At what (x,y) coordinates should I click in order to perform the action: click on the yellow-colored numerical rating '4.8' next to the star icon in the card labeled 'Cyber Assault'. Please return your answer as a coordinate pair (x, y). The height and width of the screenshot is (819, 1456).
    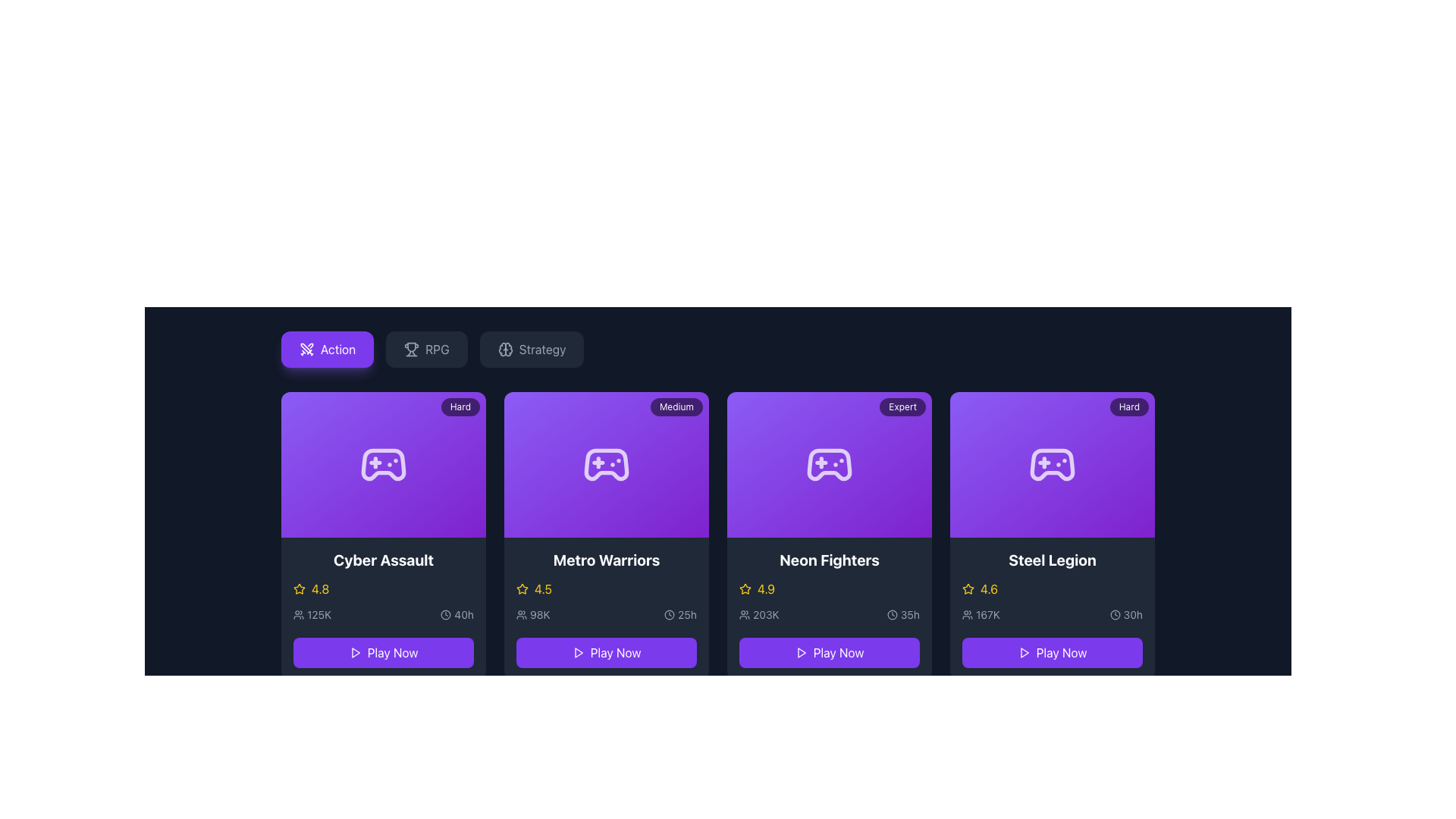
    Looking at the image, I should click on (319, 588).